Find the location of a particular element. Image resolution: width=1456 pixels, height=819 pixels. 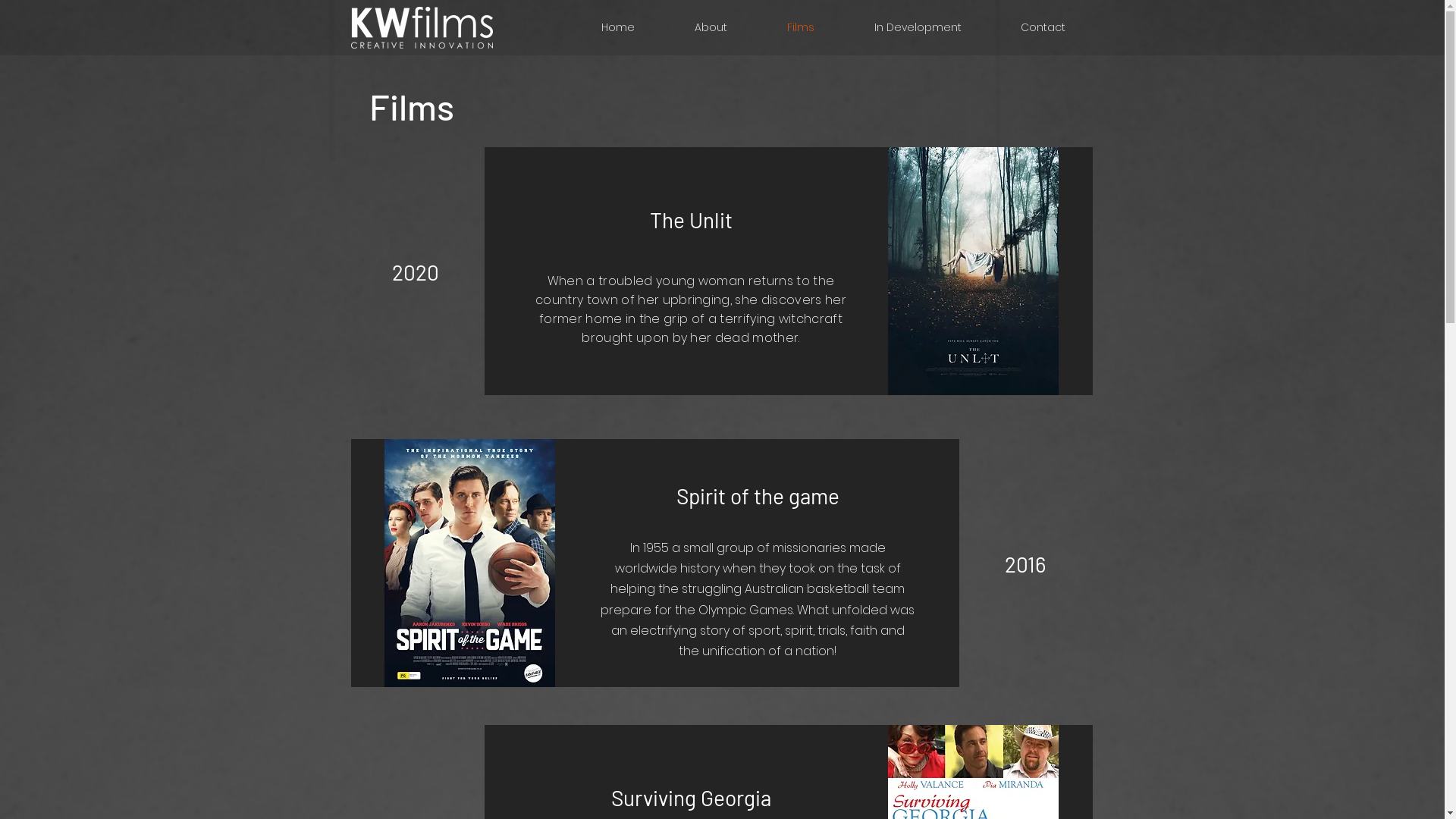

'Surviving Georgia' is located at coordinates (611, 797).